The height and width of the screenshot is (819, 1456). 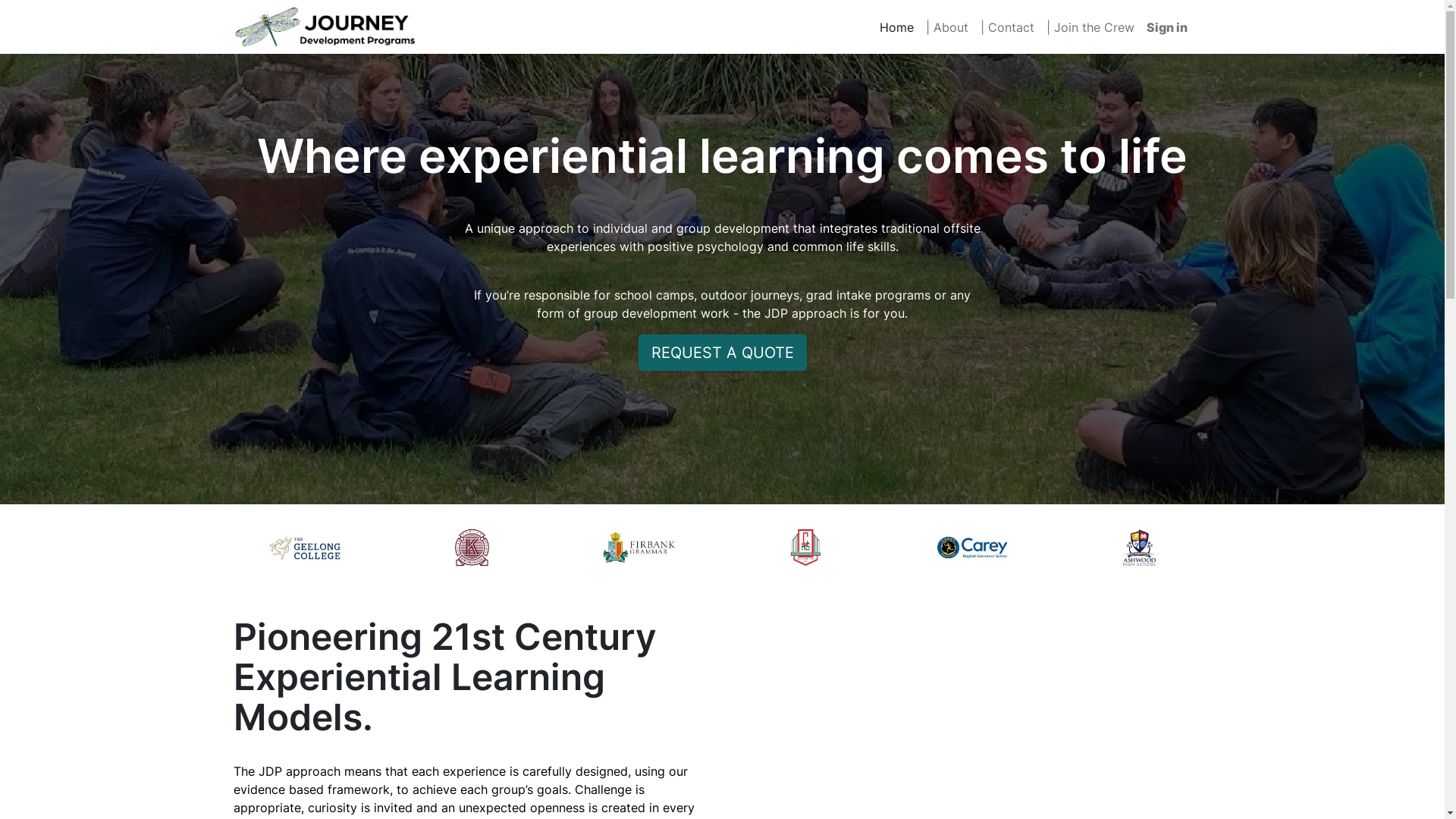 What do you see at coordinates (1090, 27) in the screenshot?
I see `'| Join the Crew'` at bounding box center [1090, 27].